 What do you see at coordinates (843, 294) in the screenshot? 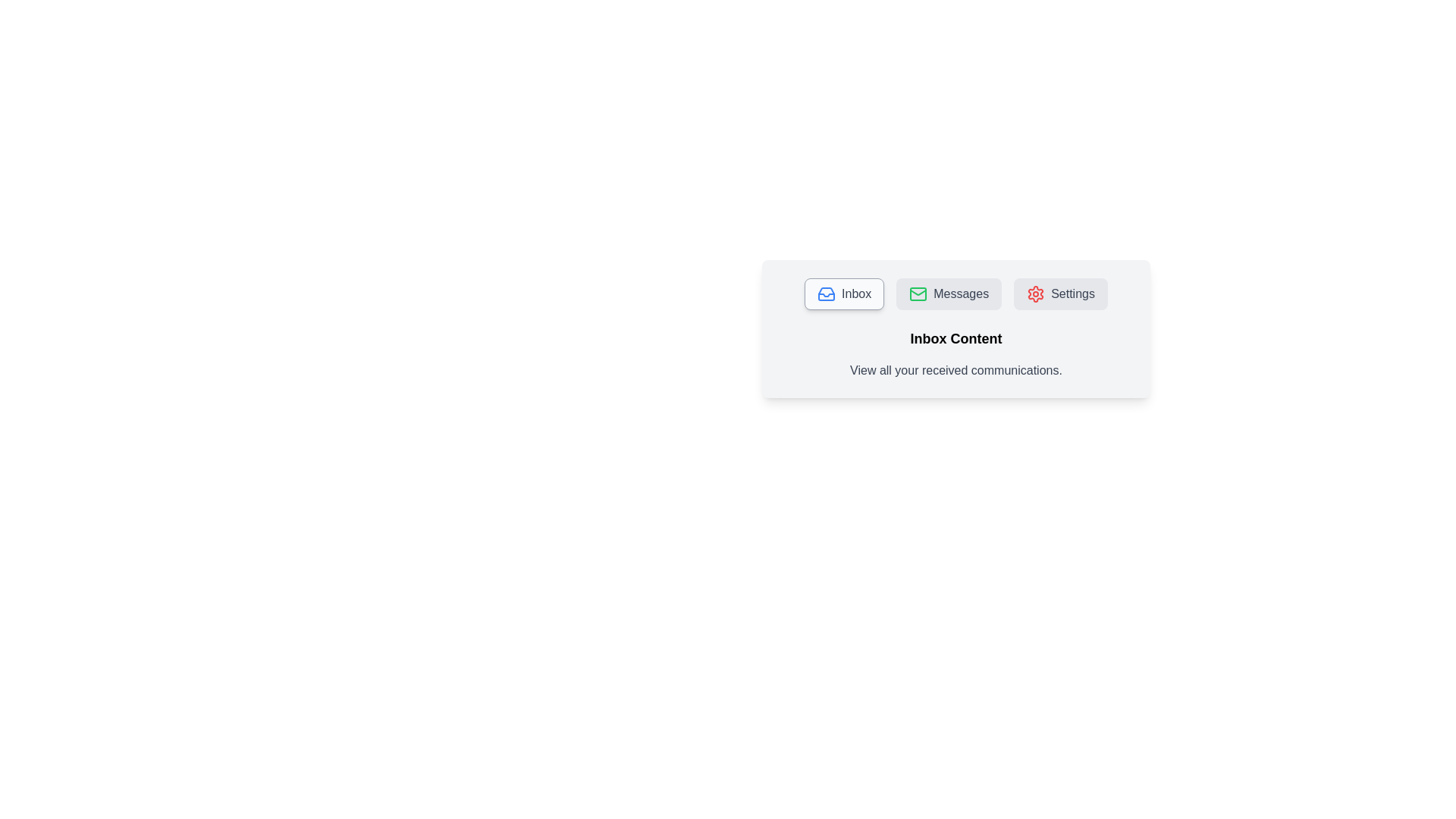
I see `the Inbox tab by clicking on its respective button` at bounding box center [843, 294].